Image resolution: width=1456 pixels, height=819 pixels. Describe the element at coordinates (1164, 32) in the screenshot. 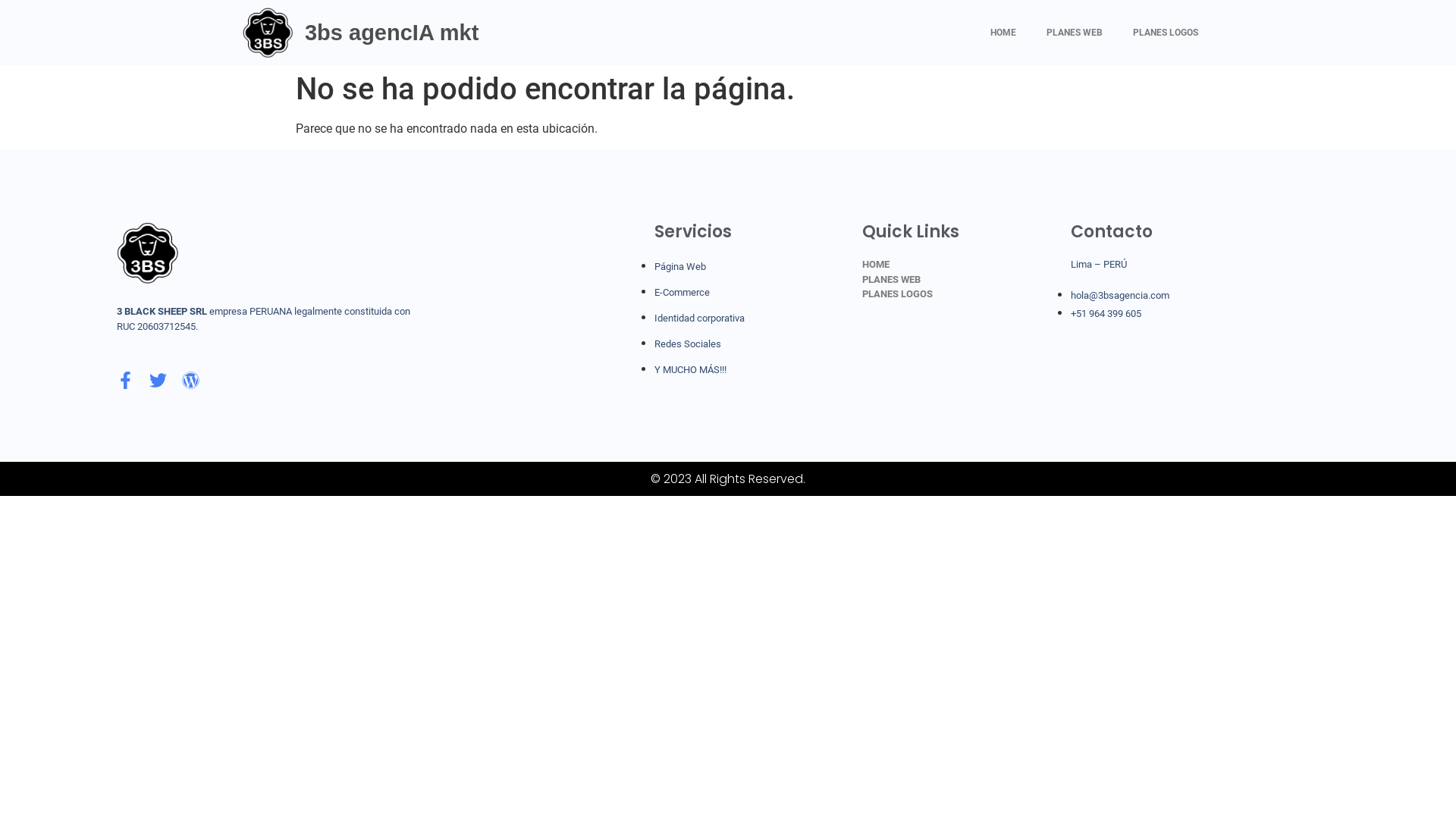

I see `'PLANES LOGOS'` at that location.